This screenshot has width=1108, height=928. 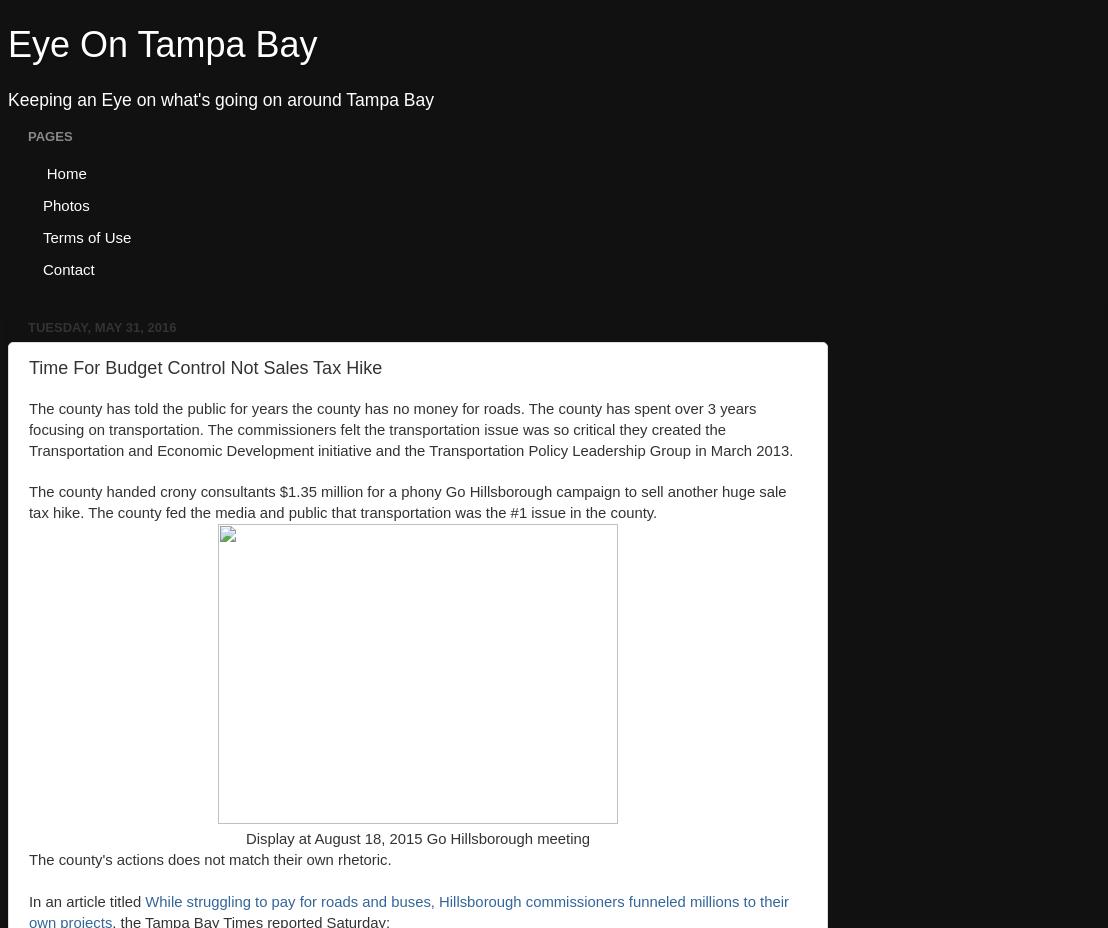 I want to click on 'Display at August 18, 2015 Go Hillsborough meeting', so click(x=416, y=839).